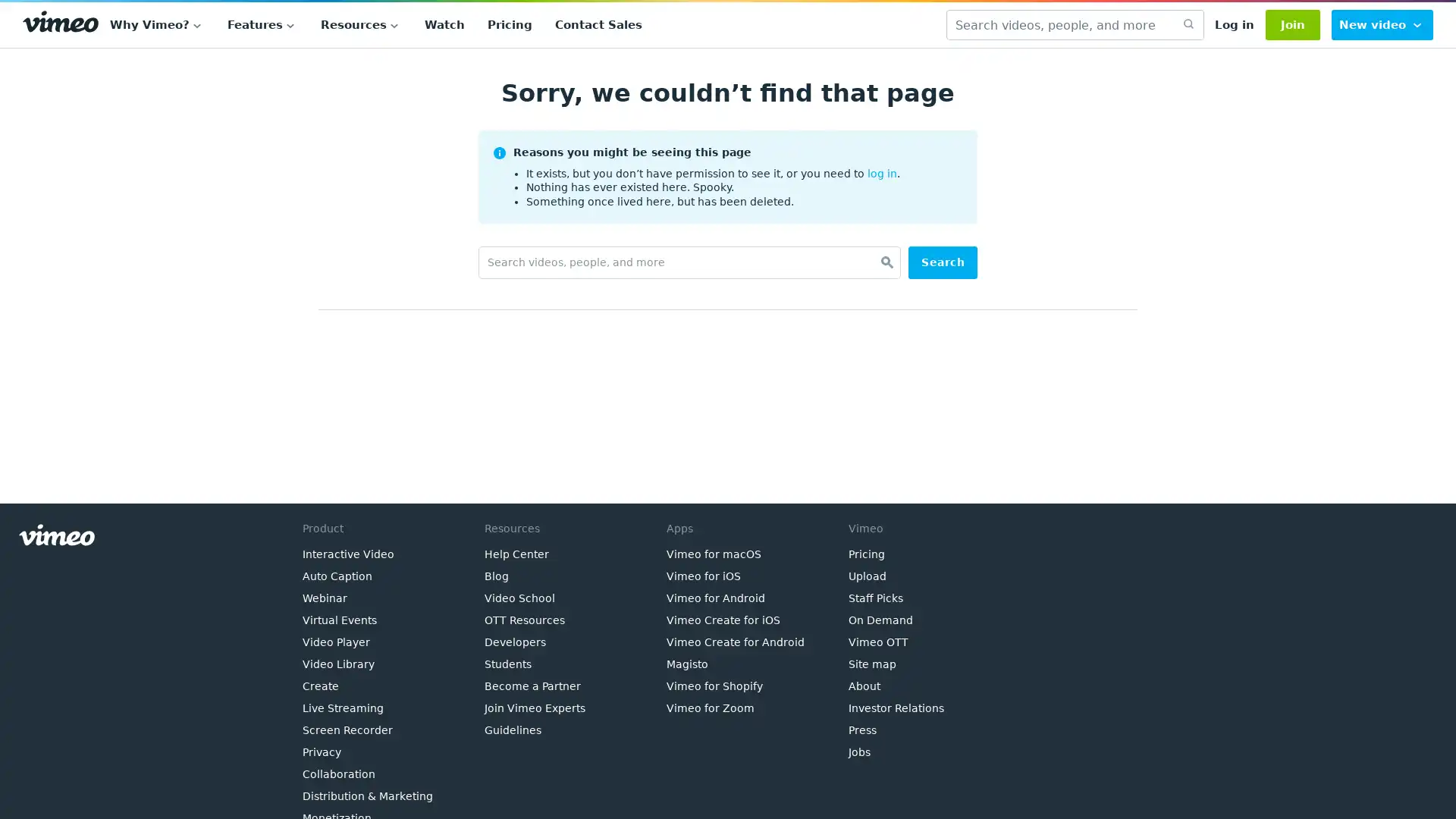 This screenshot has height=819, width=1456. I want to click on New video, so click(1382, 25).